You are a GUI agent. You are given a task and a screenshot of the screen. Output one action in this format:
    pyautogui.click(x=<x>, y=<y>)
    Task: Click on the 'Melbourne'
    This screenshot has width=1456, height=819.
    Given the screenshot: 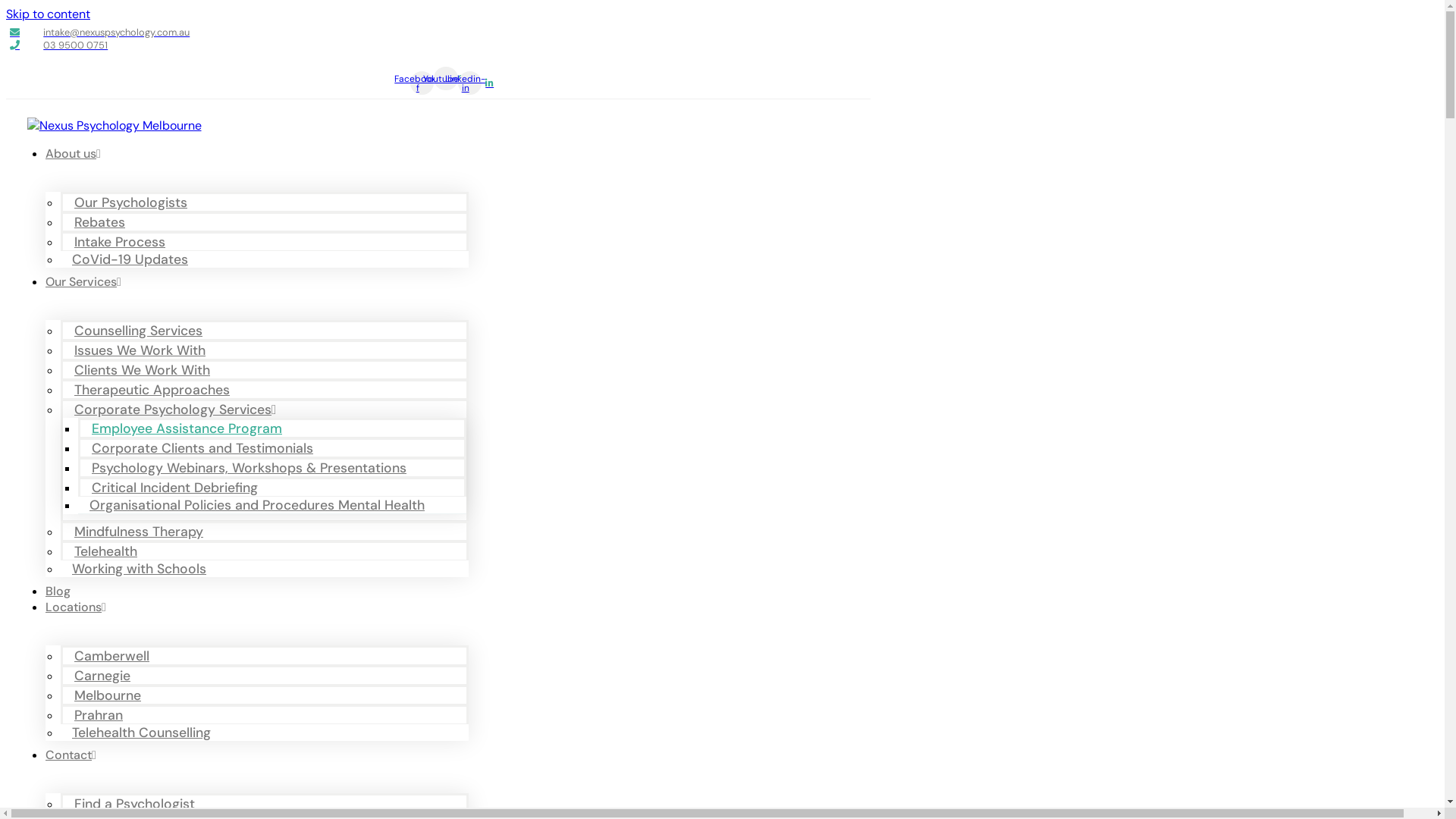 What is the action you would take?
    pyautogui.click(x=111, y=695)
    